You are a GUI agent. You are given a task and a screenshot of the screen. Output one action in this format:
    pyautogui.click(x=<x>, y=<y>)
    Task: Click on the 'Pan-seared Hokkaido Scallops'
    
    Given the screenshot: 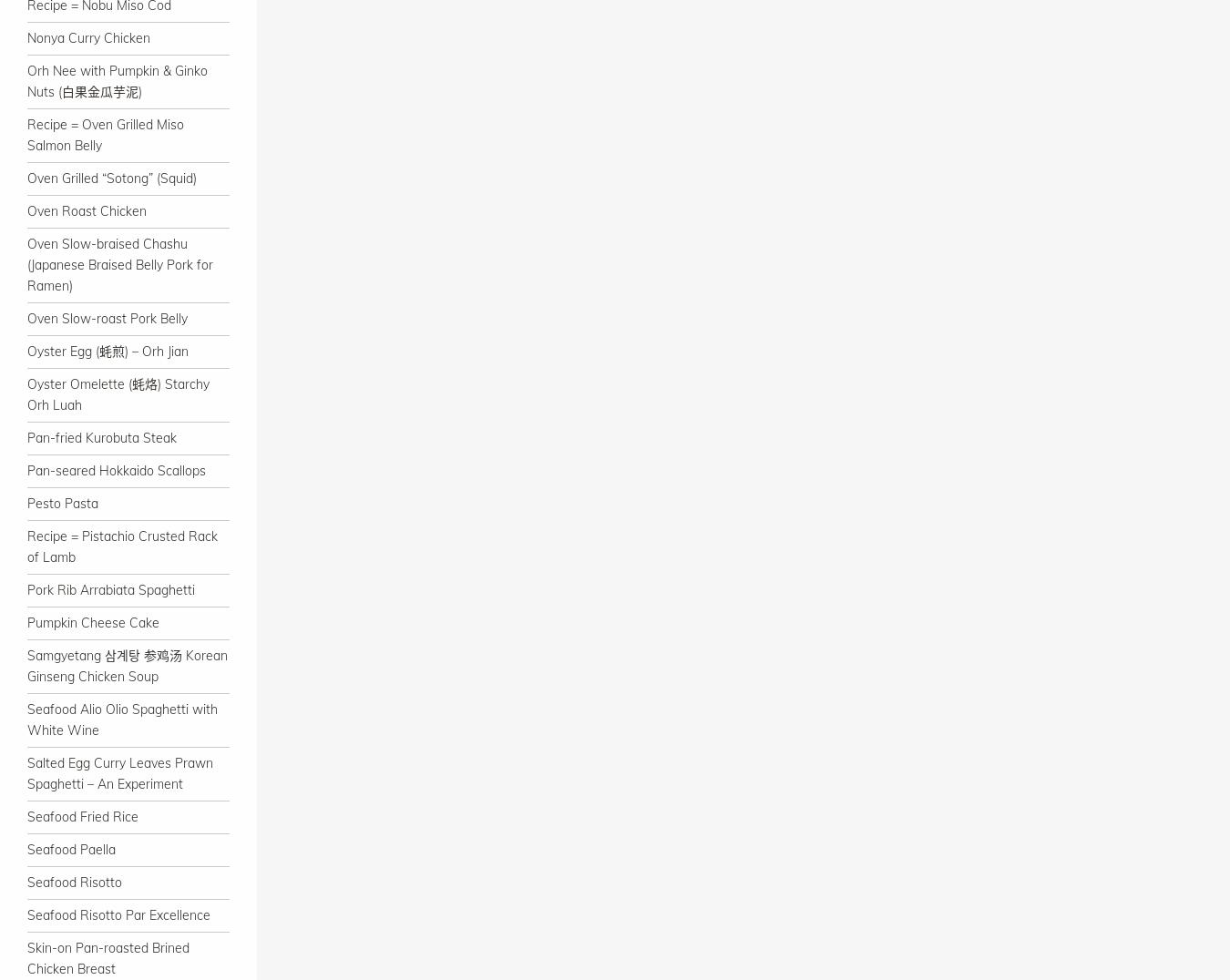 What is the action you would take?
    pyautogui.click(x=26, y=471)
    